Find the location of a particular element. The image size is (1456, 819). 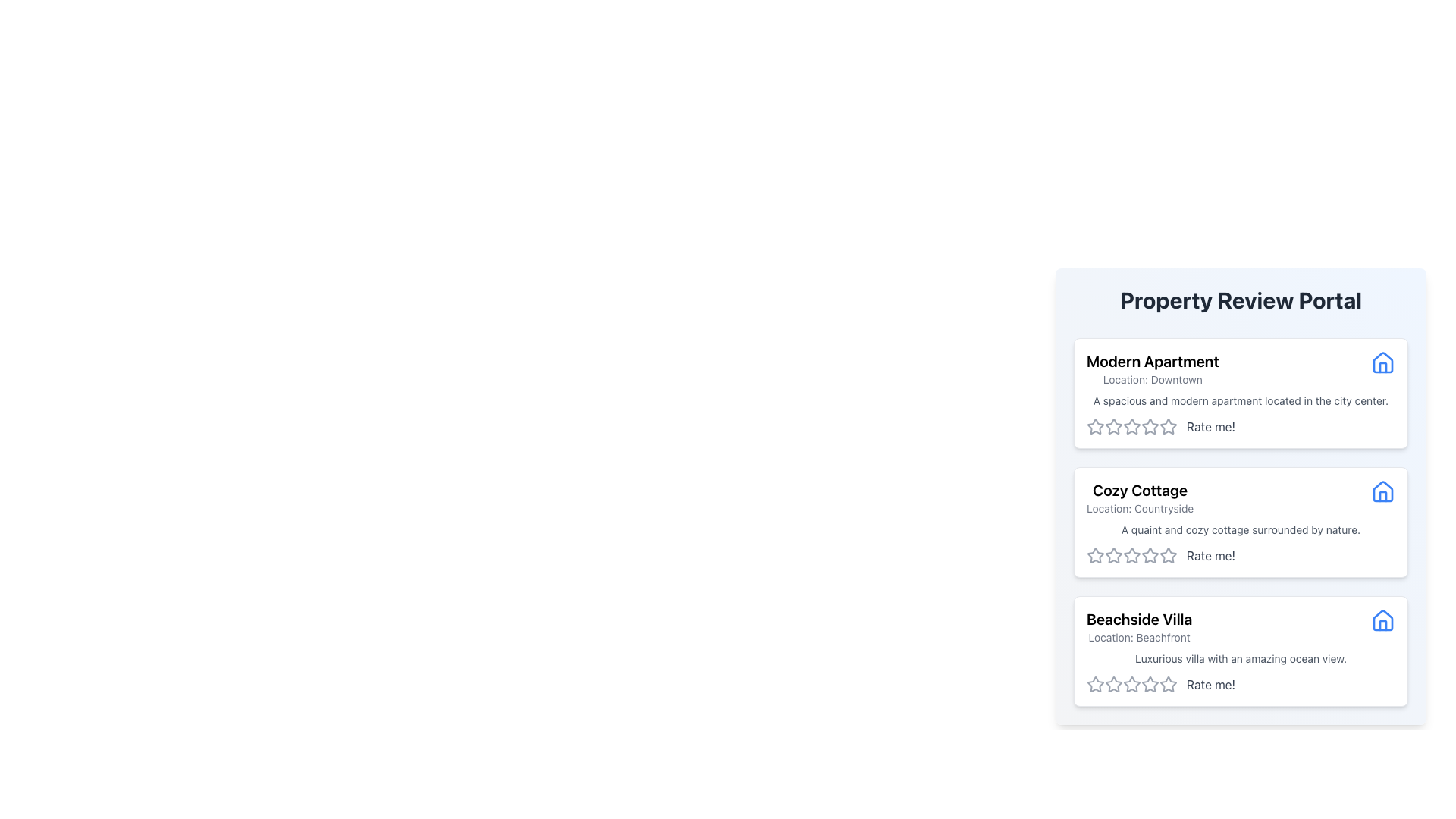

the fifth gray star-shaped icon in the rating system beneath the 'Beachside Villa' card to rate it is located at coordinates (1167, 684).